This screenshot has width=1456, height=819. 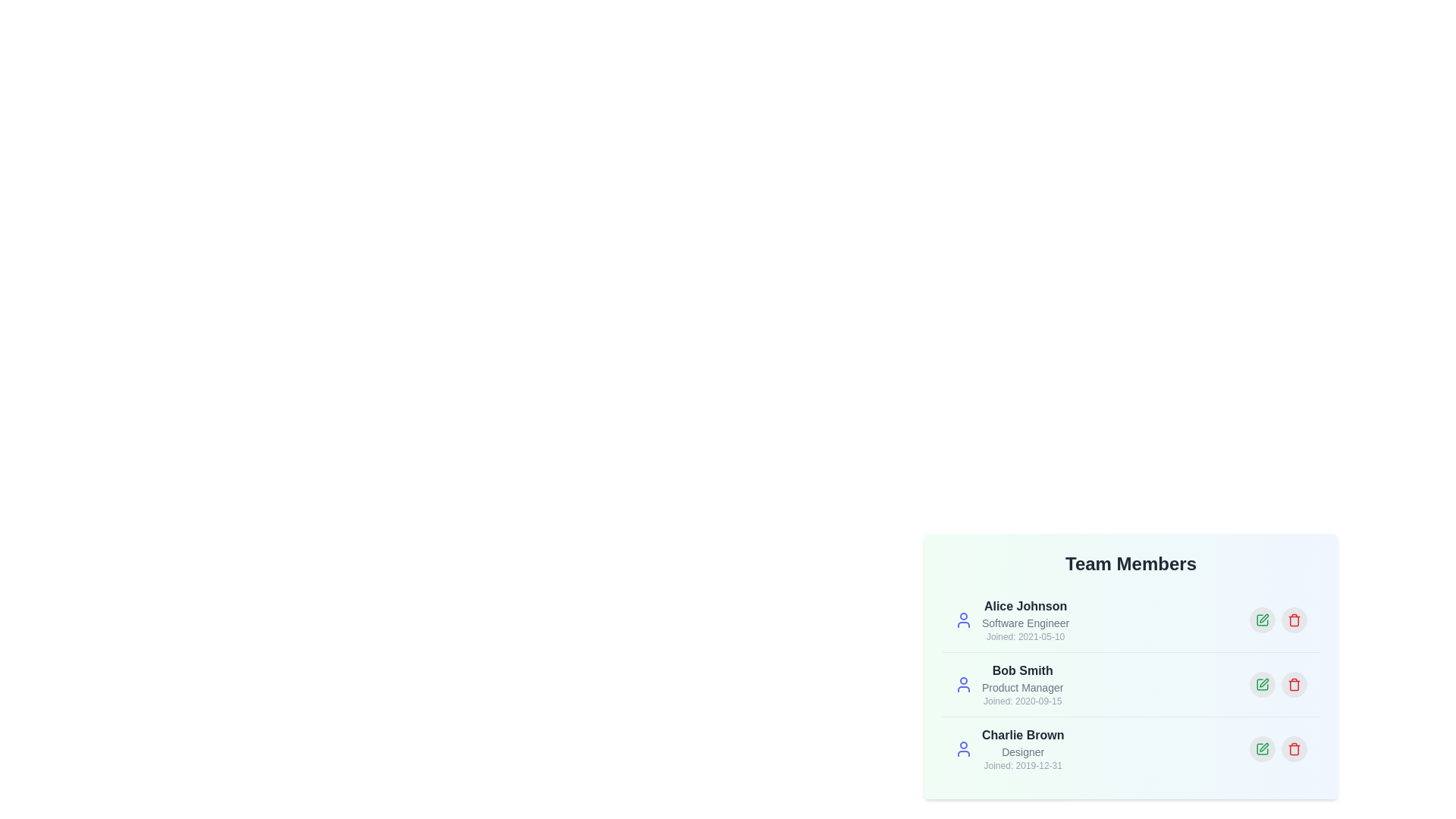 What do you see at coordinates (1294, 684) in the screenshot?
I see `delete button for the user profile Bob Smith` at bounding box center [1294, 684].